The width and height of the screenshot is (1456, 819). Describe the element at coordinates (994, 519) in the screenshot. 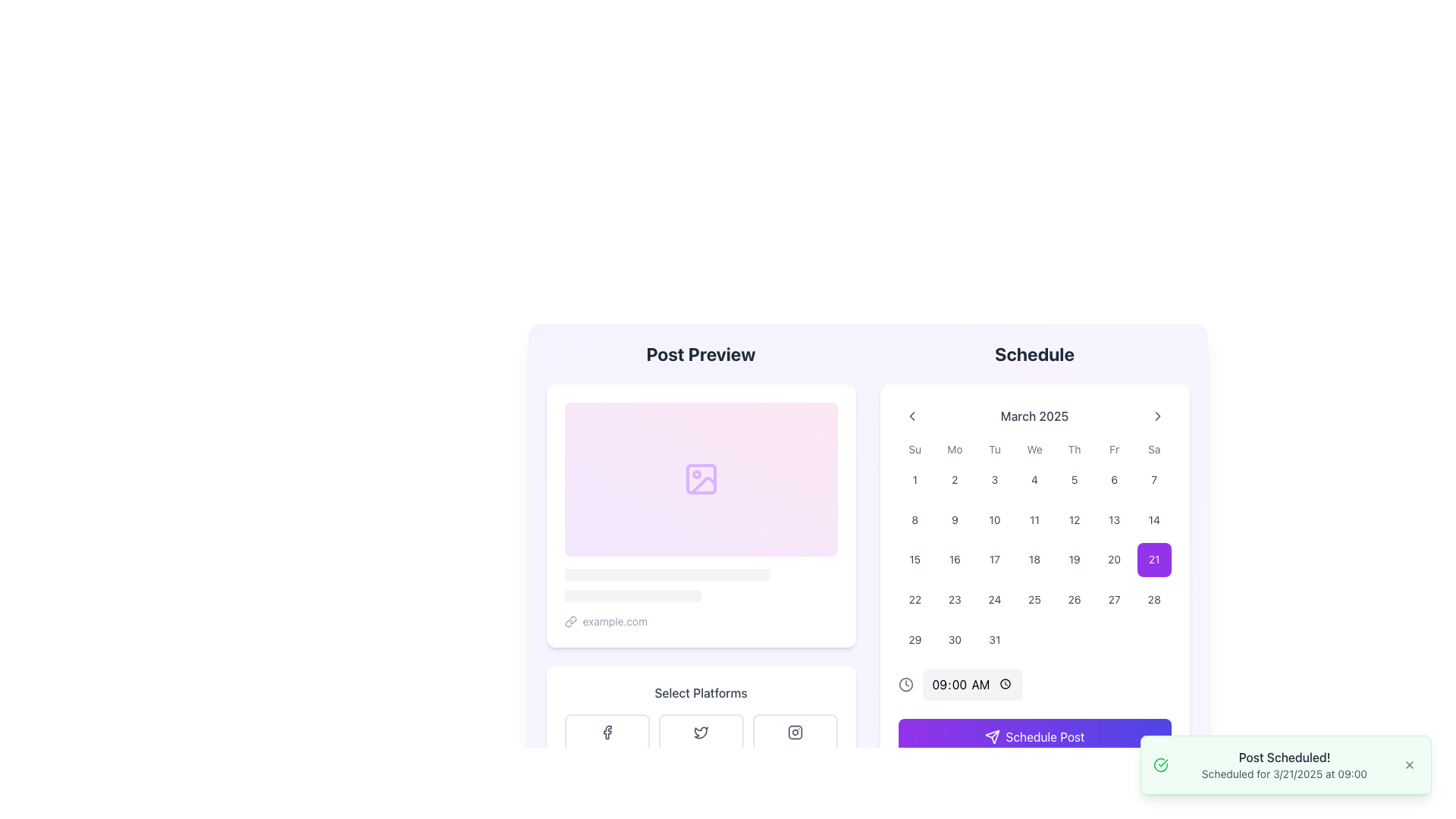

I see `the square button with a rounded border design displaying the number '10' in the center, located in the 'Schedule' section of the calendar grid` at that location.